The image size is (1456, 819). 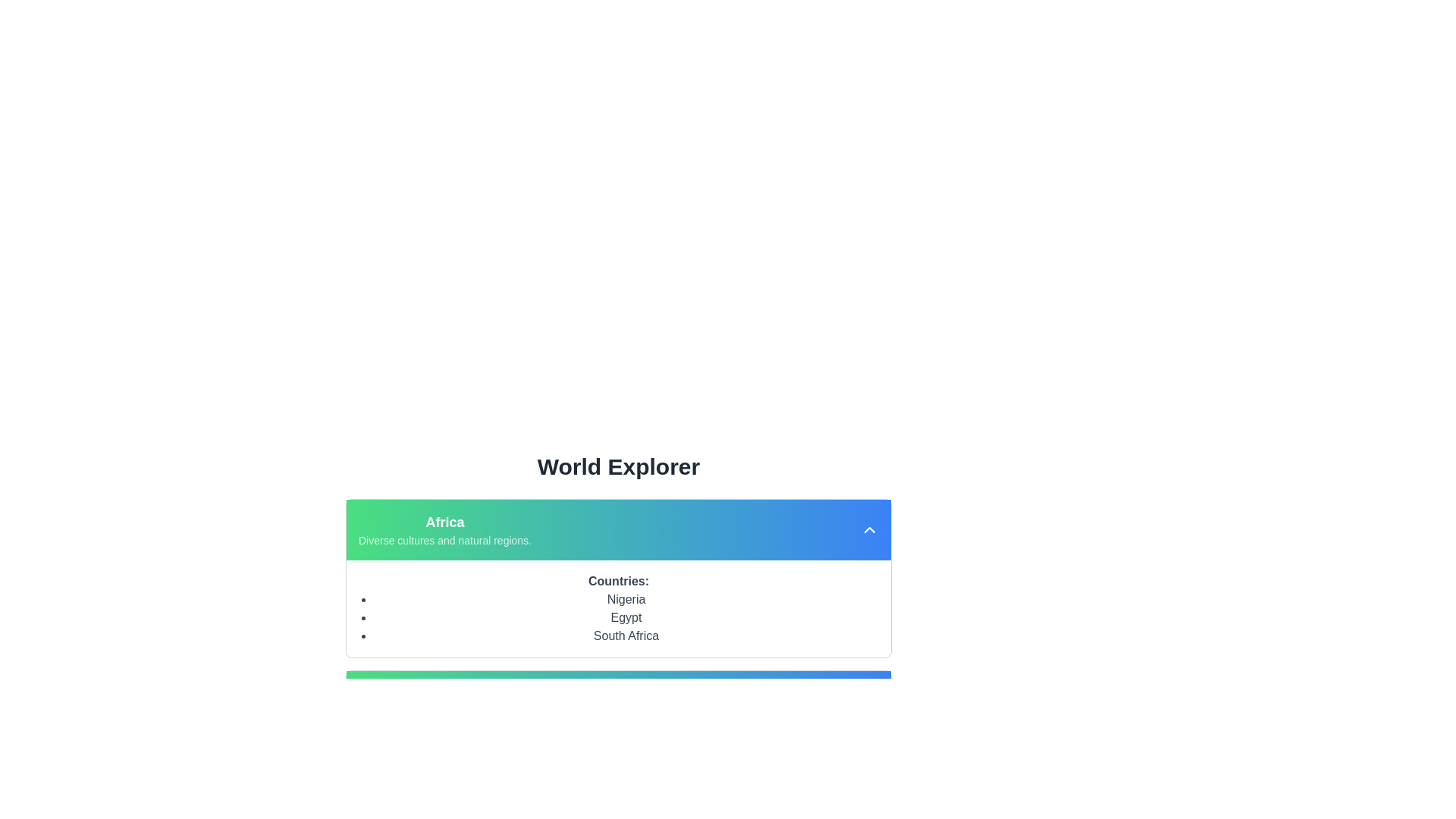 I want to click on the Informational Card titled 'Africa', so click(x=619, y=651).